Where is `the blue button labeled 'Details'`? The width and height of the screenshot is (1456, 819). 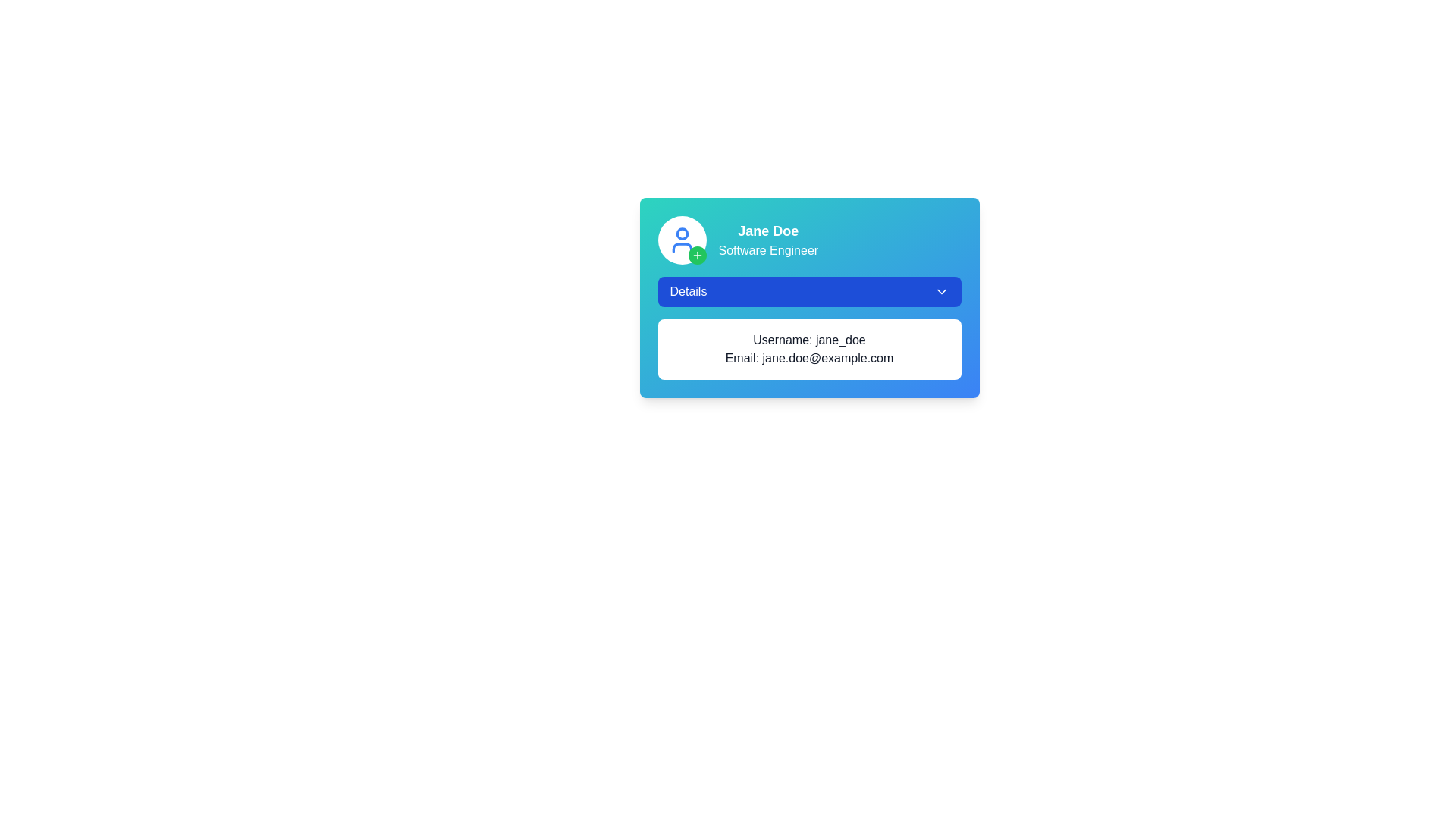 the blue button labeled 'Details' is located at coordinates (808, 292).